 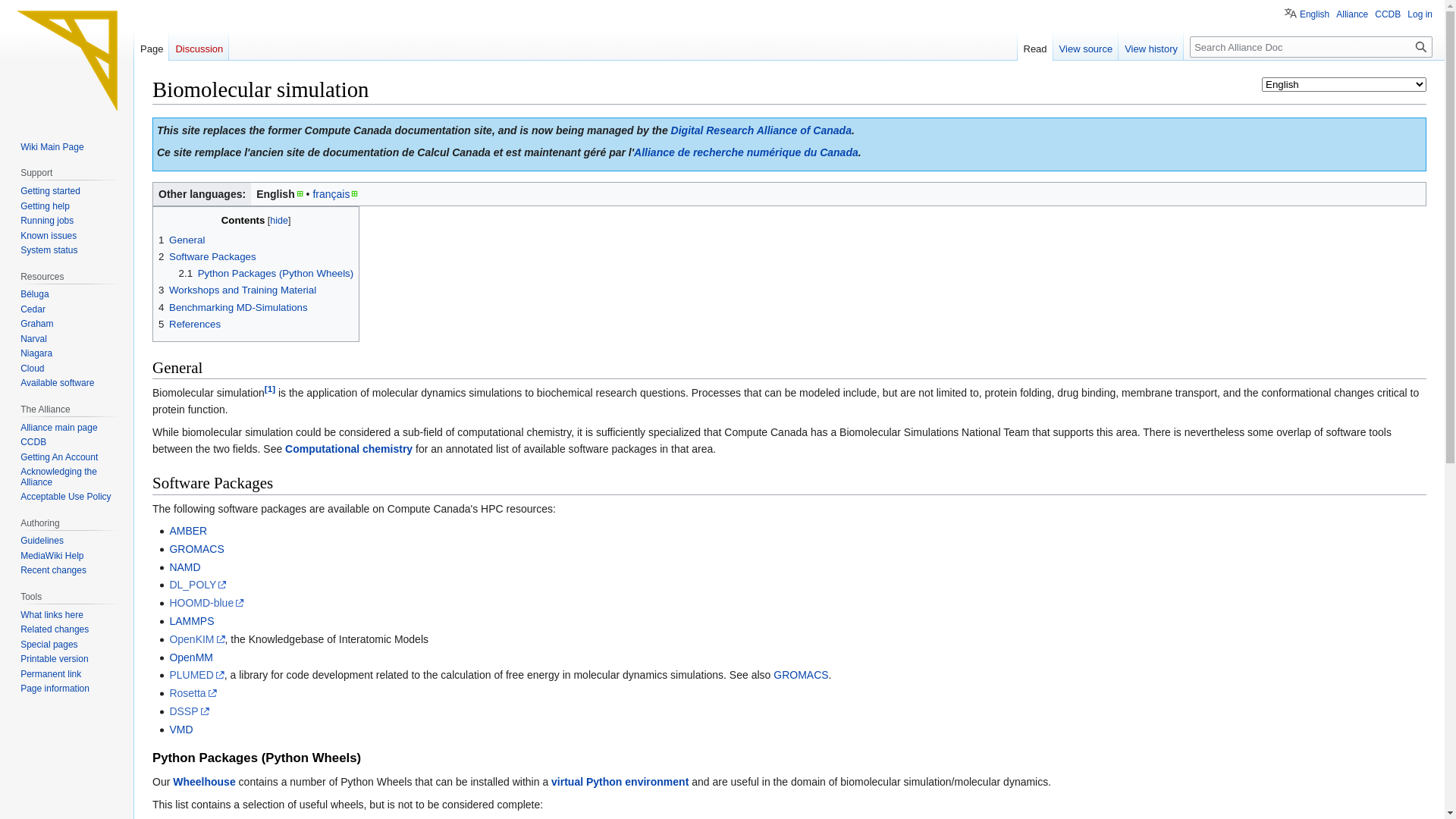 I want to click on 'Niagara', so click(x=36, y=353).